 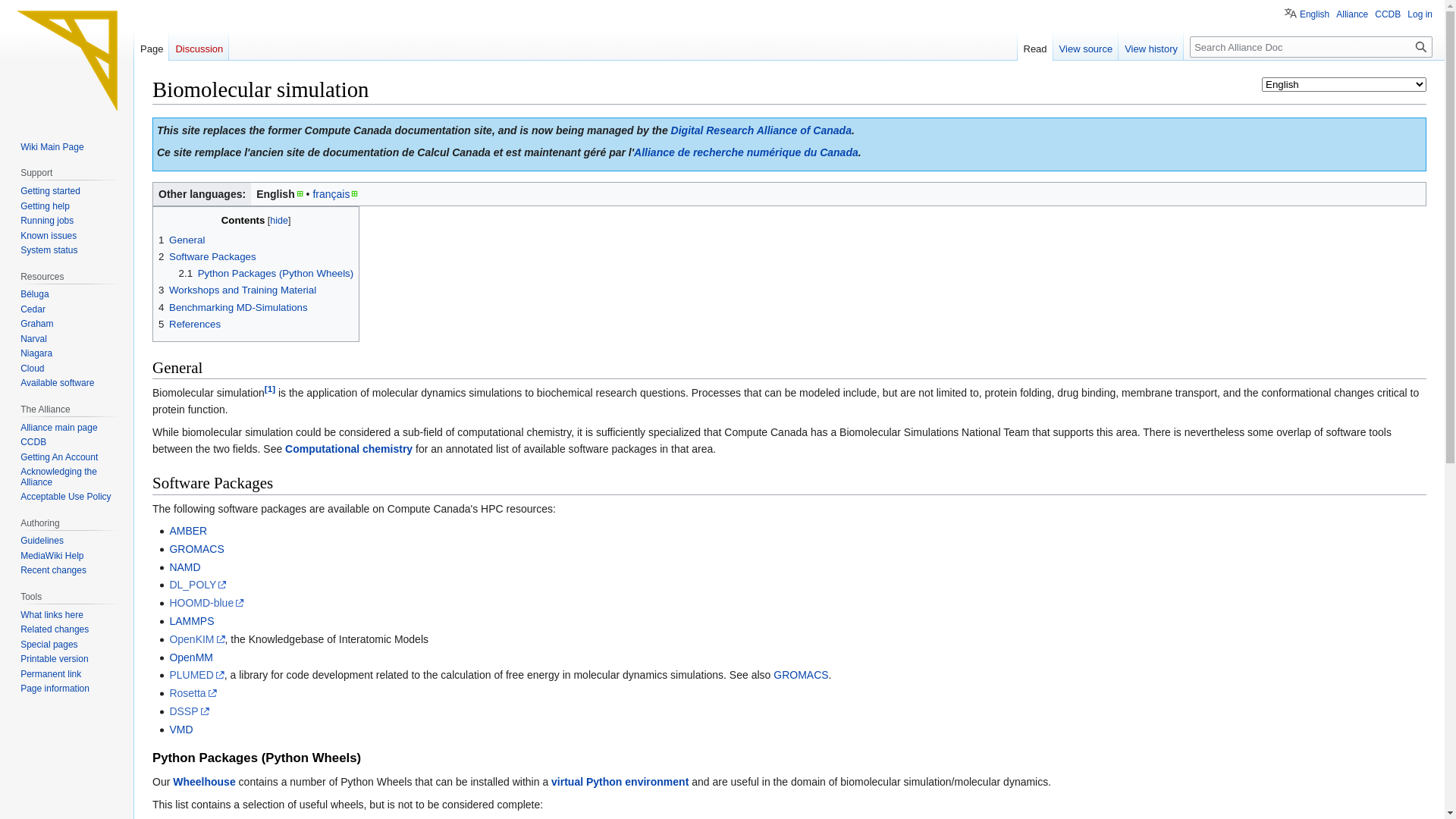 I want to click on 'Niagara', so click(x=36, y=353).